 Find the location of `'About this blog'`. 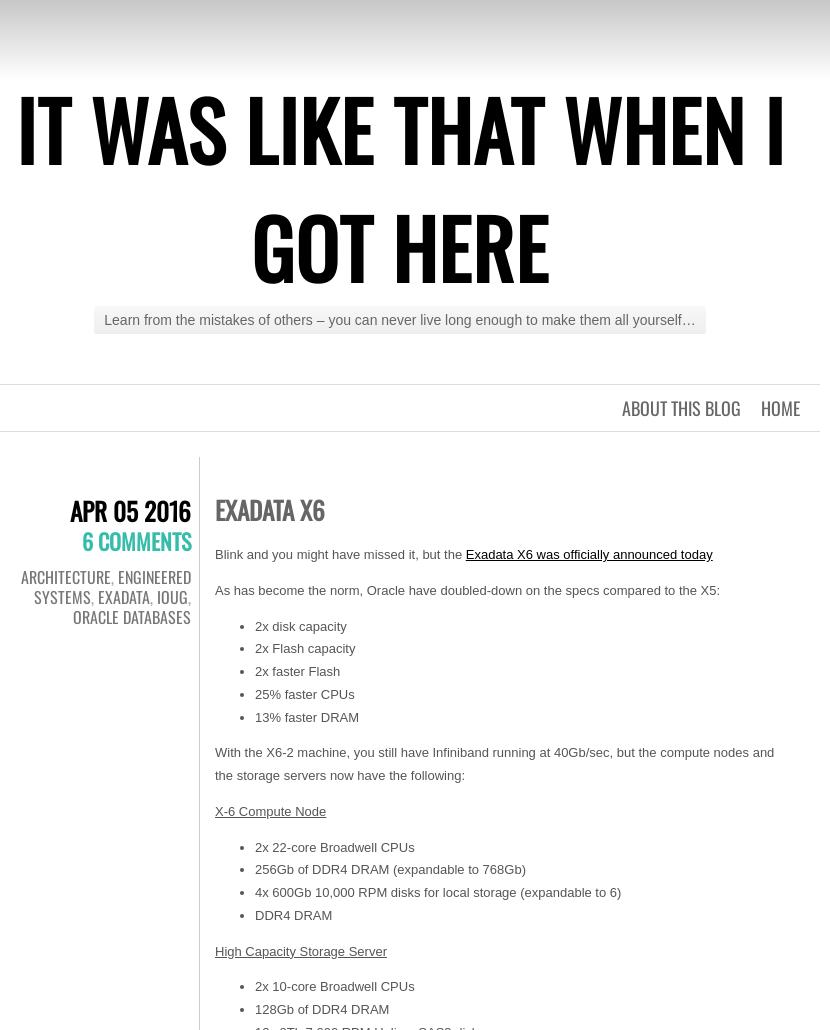

'About this blog' is located at coordinates (681, 407).